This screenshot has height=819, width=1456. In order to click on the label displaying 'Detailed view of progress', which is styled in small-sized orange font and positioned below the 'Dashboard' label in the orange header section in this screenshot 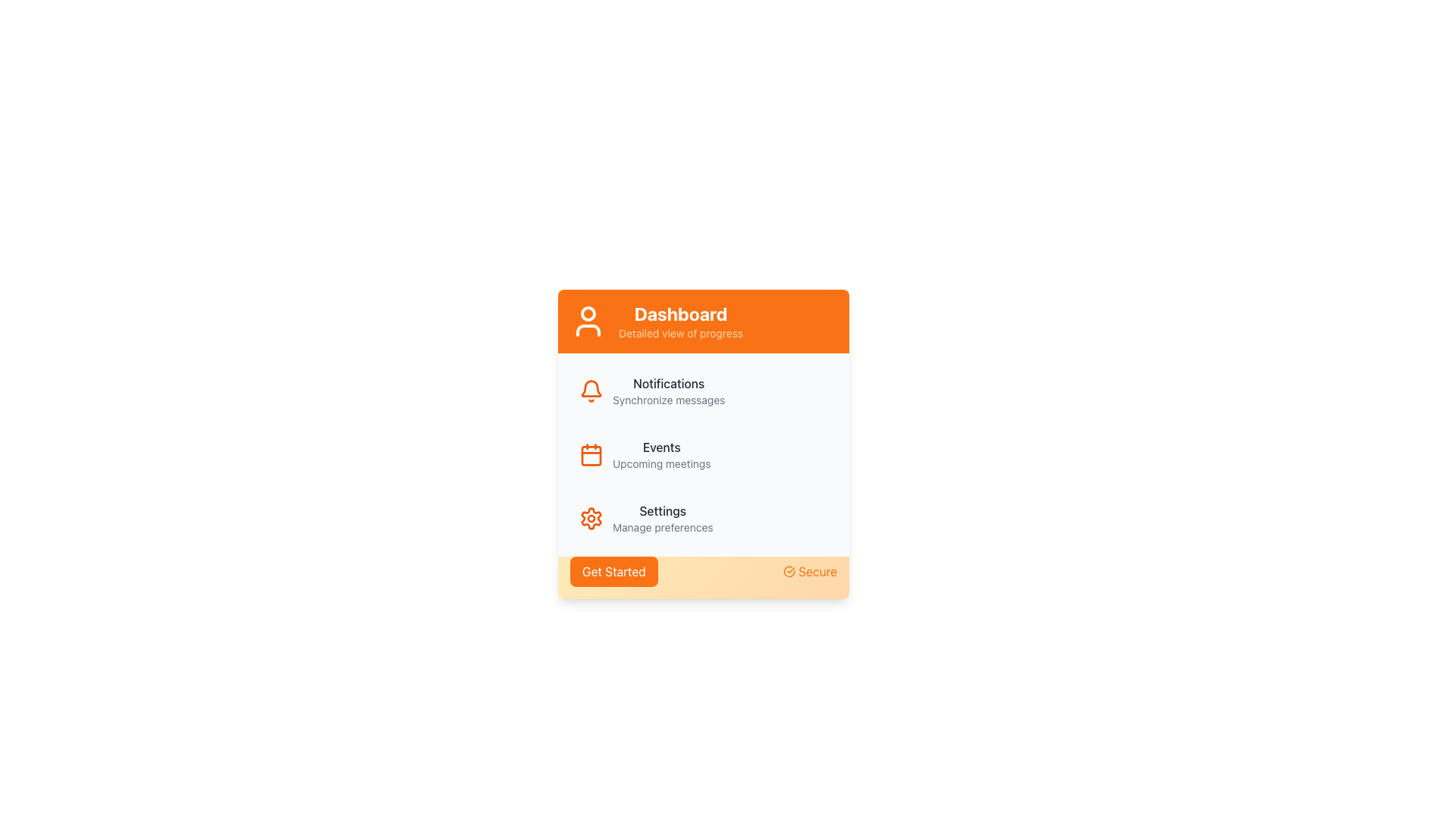, I will do `click(679, 332)`.